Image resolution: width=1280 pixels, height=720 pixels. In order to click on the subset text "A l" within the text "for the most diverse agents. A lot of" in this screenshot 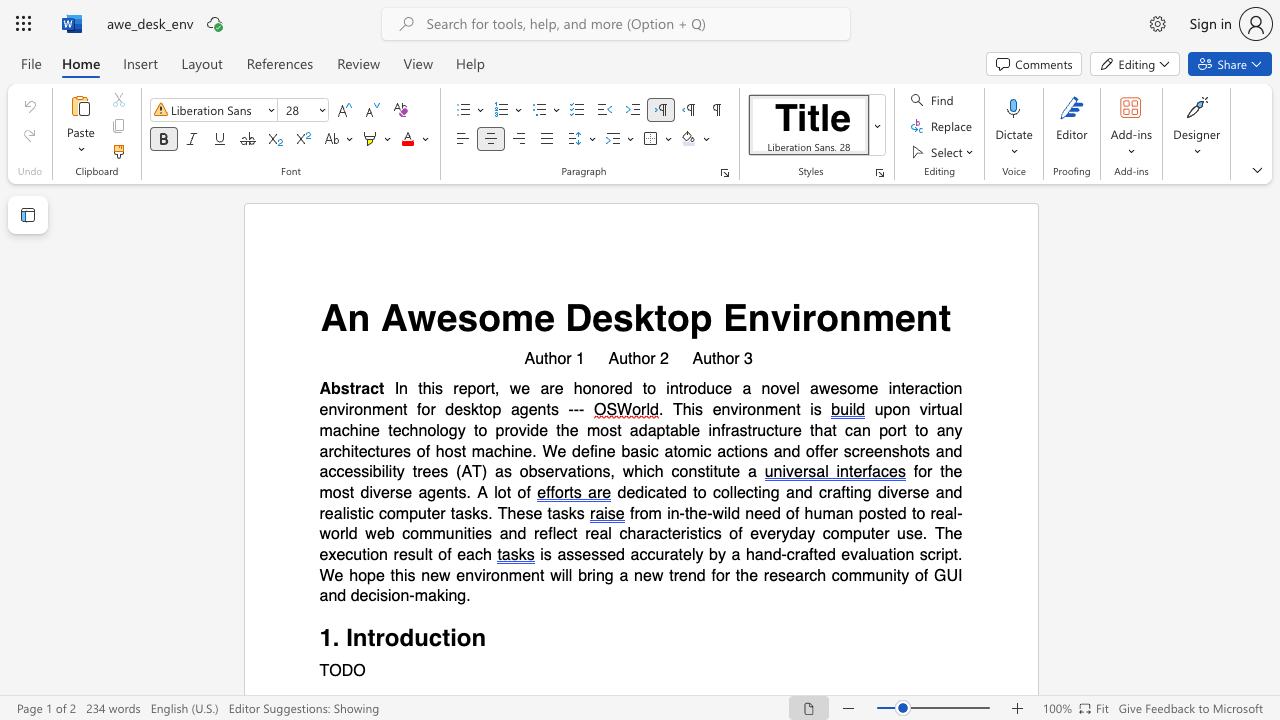, I will do `click(476, 492)`.